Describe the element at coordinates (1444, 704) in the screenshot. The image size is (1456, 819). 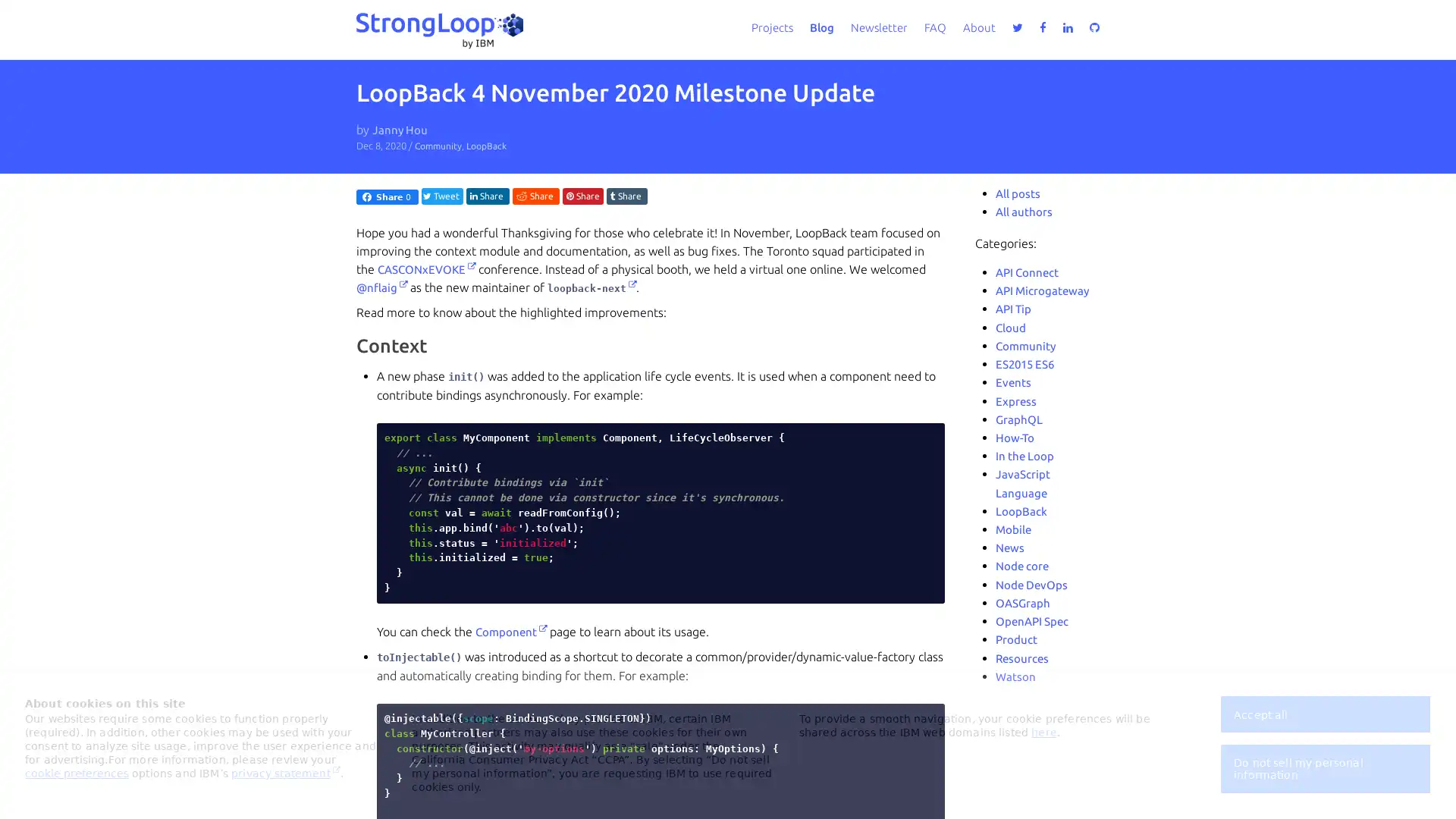
I see `close icon` at that location.